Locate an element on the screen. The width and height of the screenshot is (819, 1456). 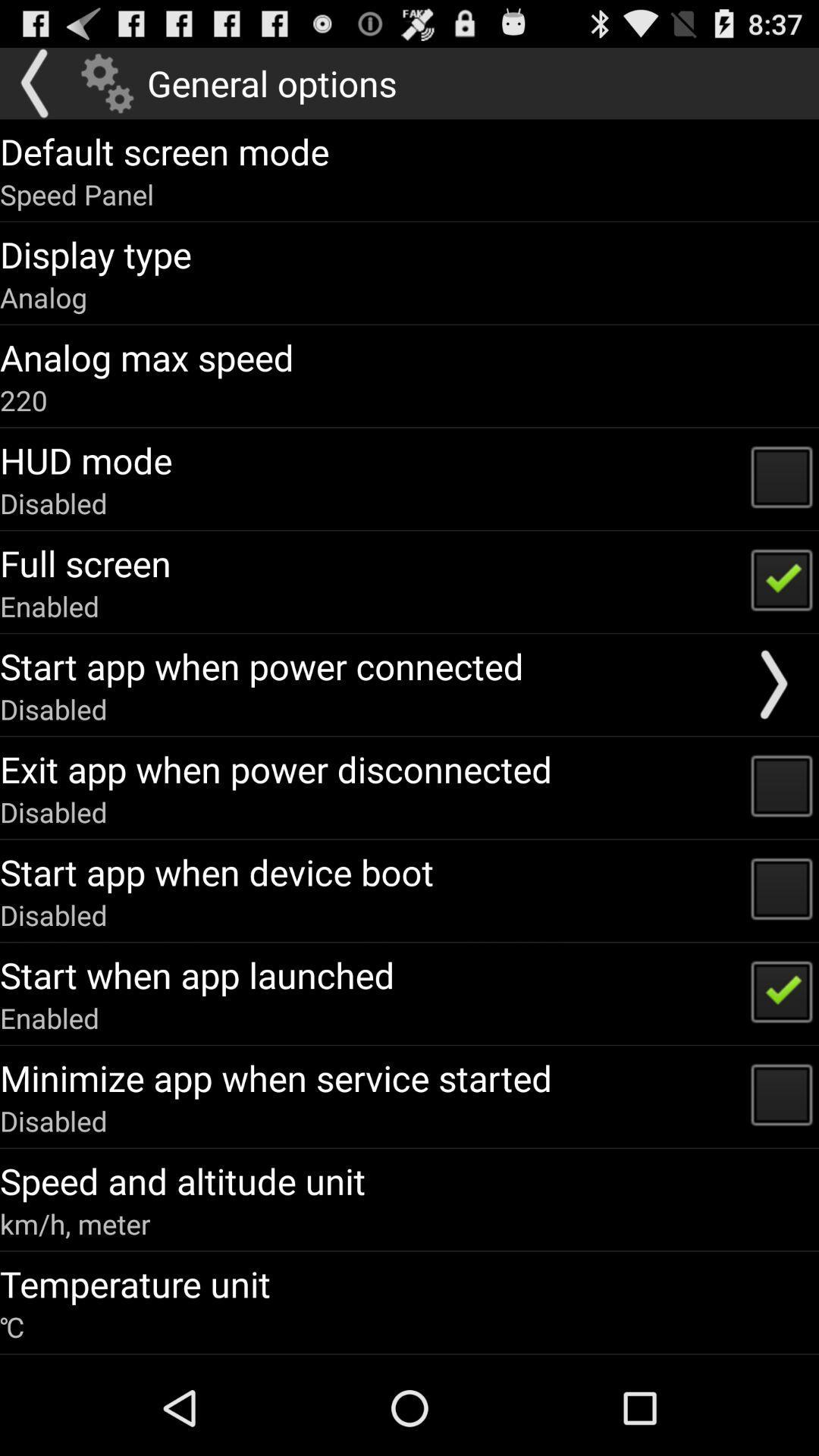
icon below the analog max speed app is located at coordinates (24, 400).